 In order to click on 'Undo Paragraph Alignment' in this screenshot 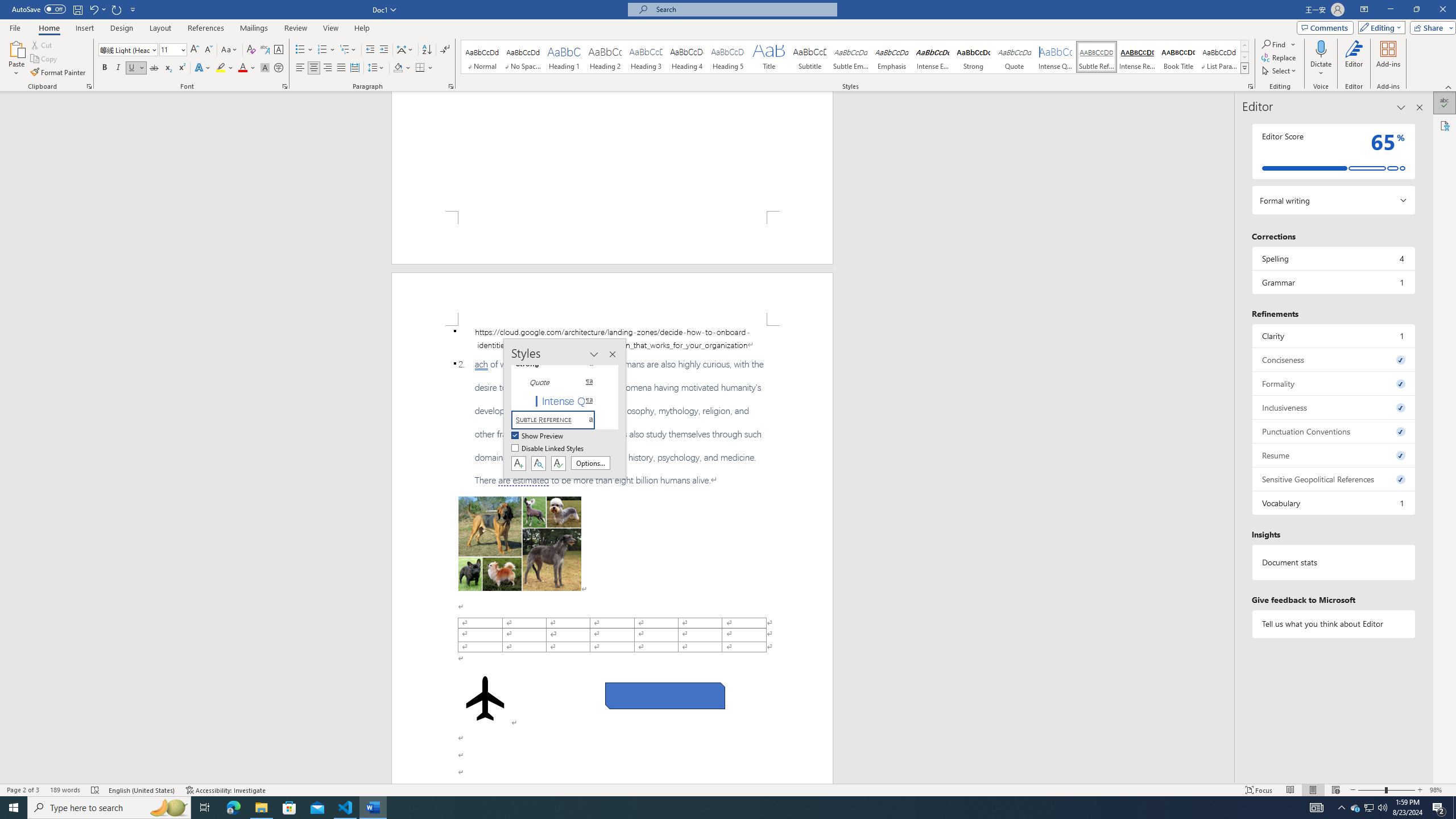, I will do `click(93, 9)`.